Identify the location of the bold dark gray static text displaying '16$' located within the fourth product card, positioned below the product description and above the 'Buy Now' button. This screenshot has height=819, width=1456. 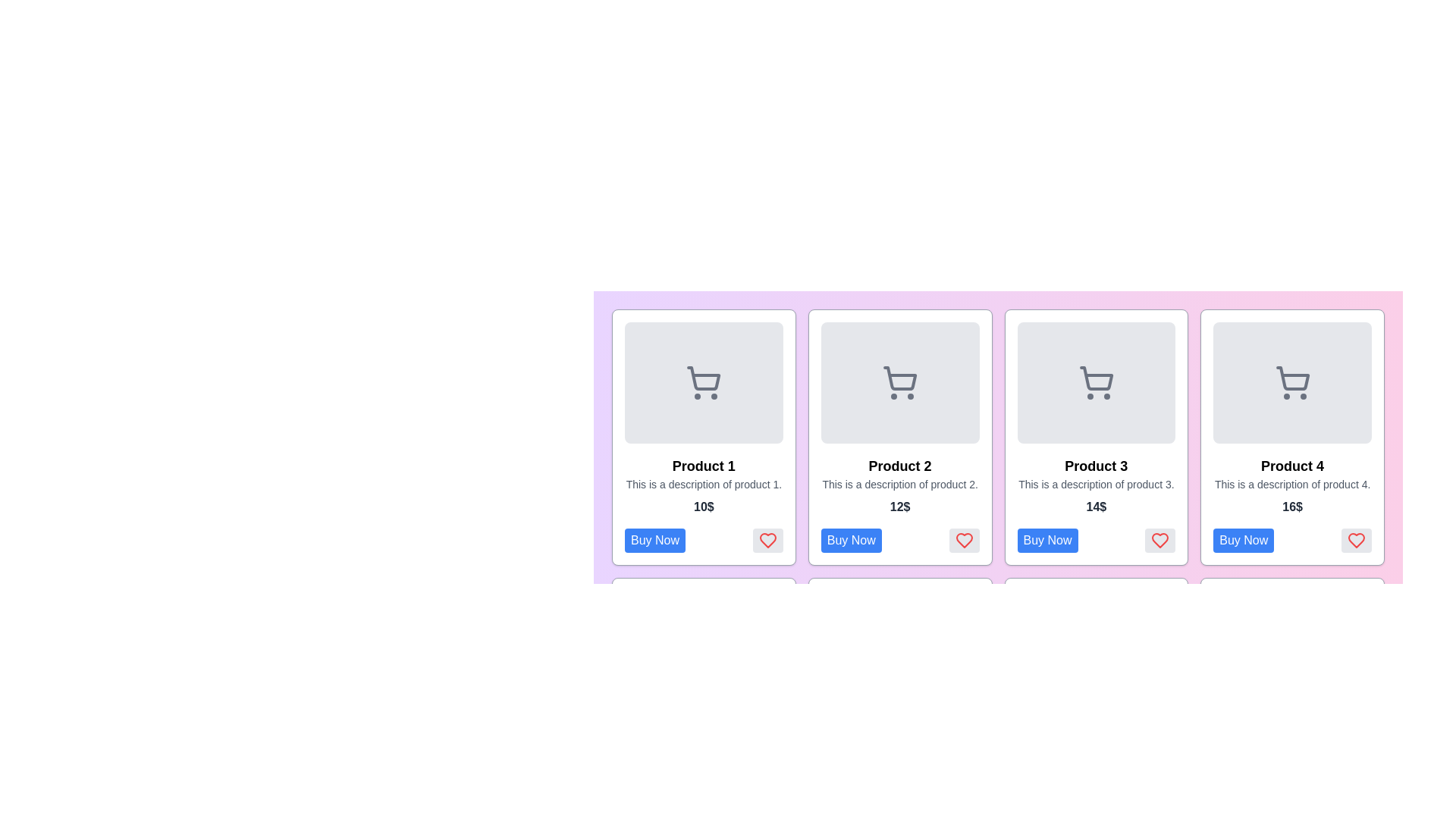
(1291, 507).